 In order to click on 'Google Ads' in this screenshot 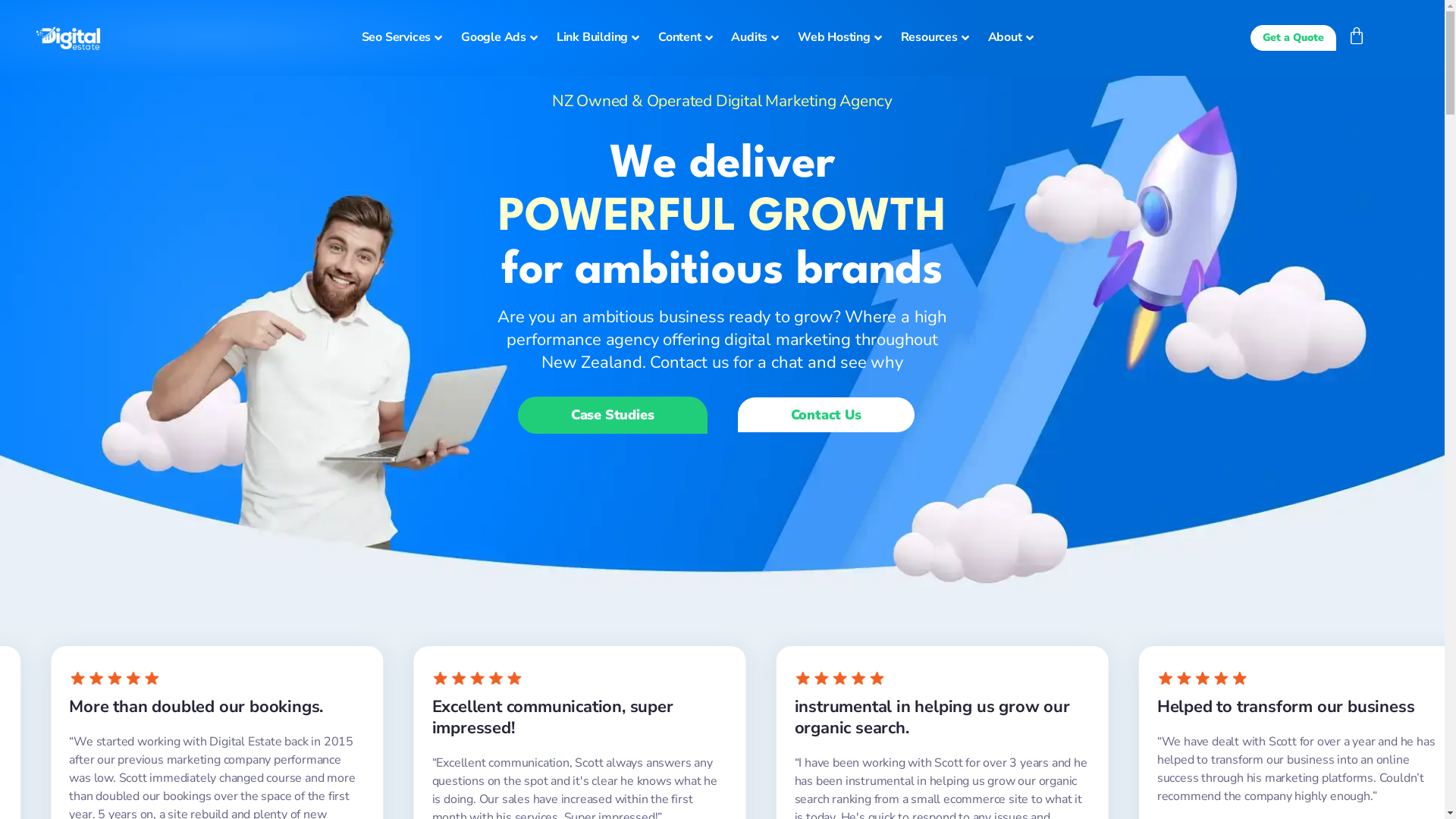, I will do `click(501, 37)`.